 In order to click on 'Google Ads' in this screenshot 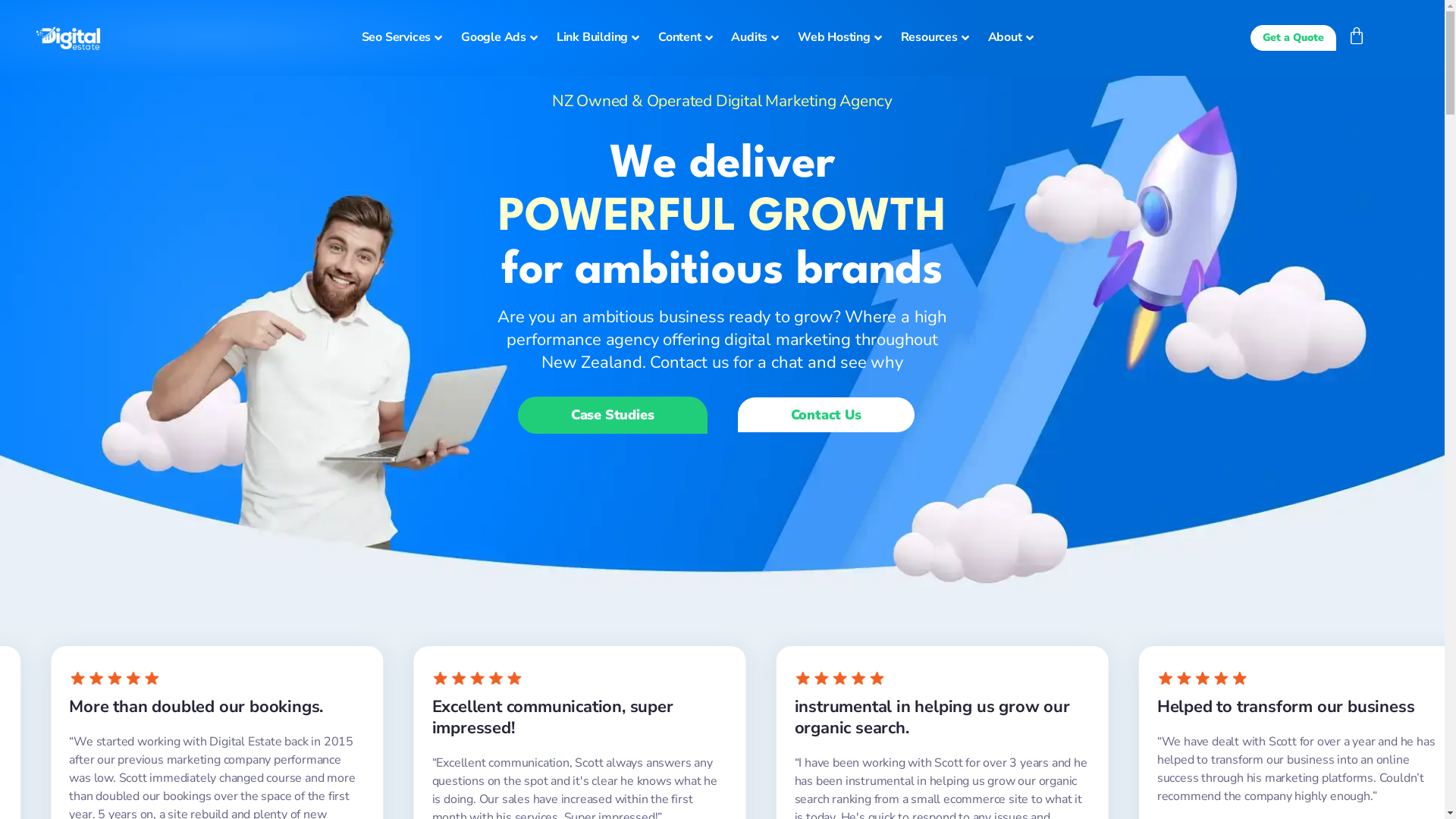, I will do `click(501, 37)`.